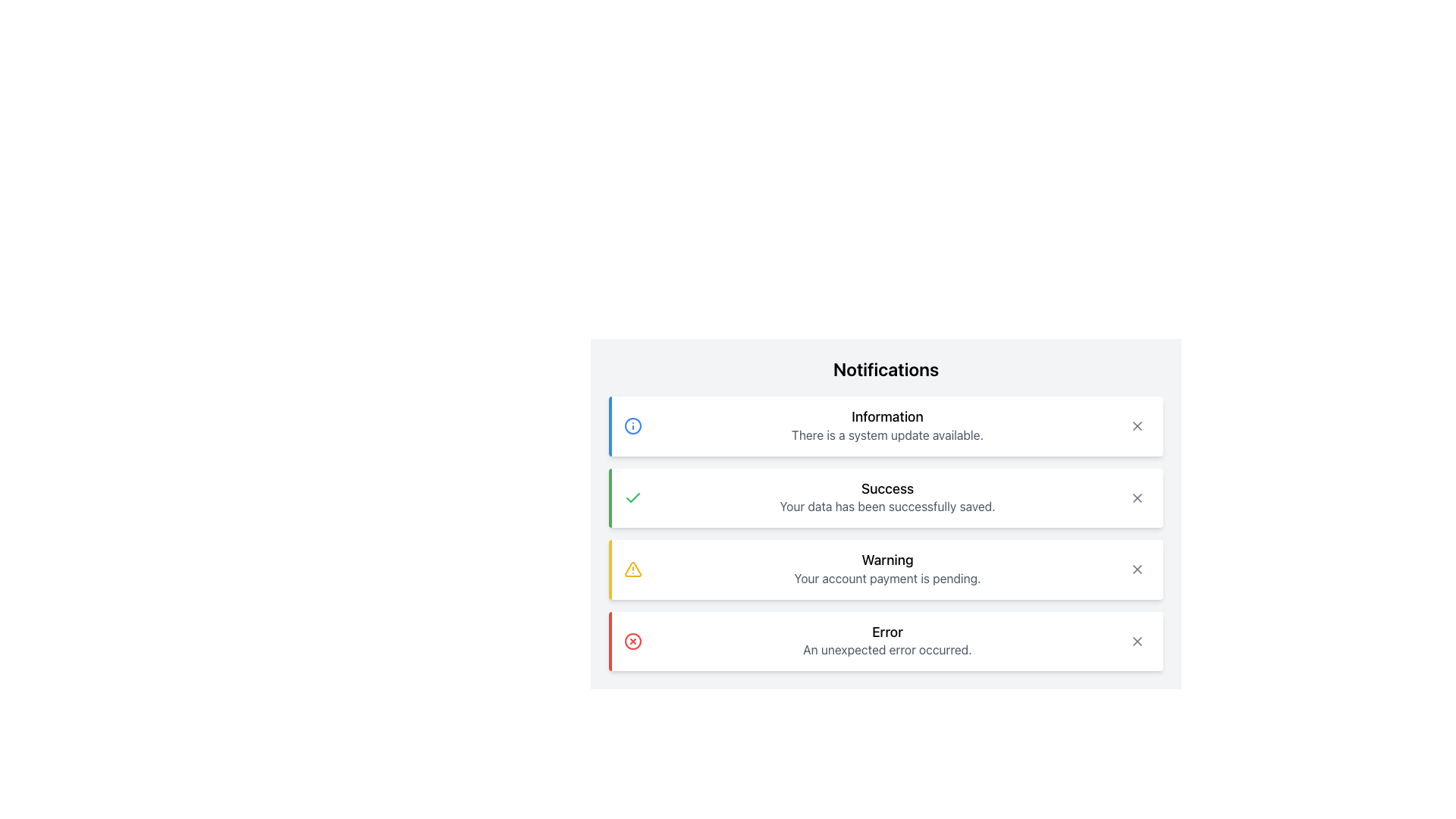  I want to click on keyboard navigation, so click(887, 570).